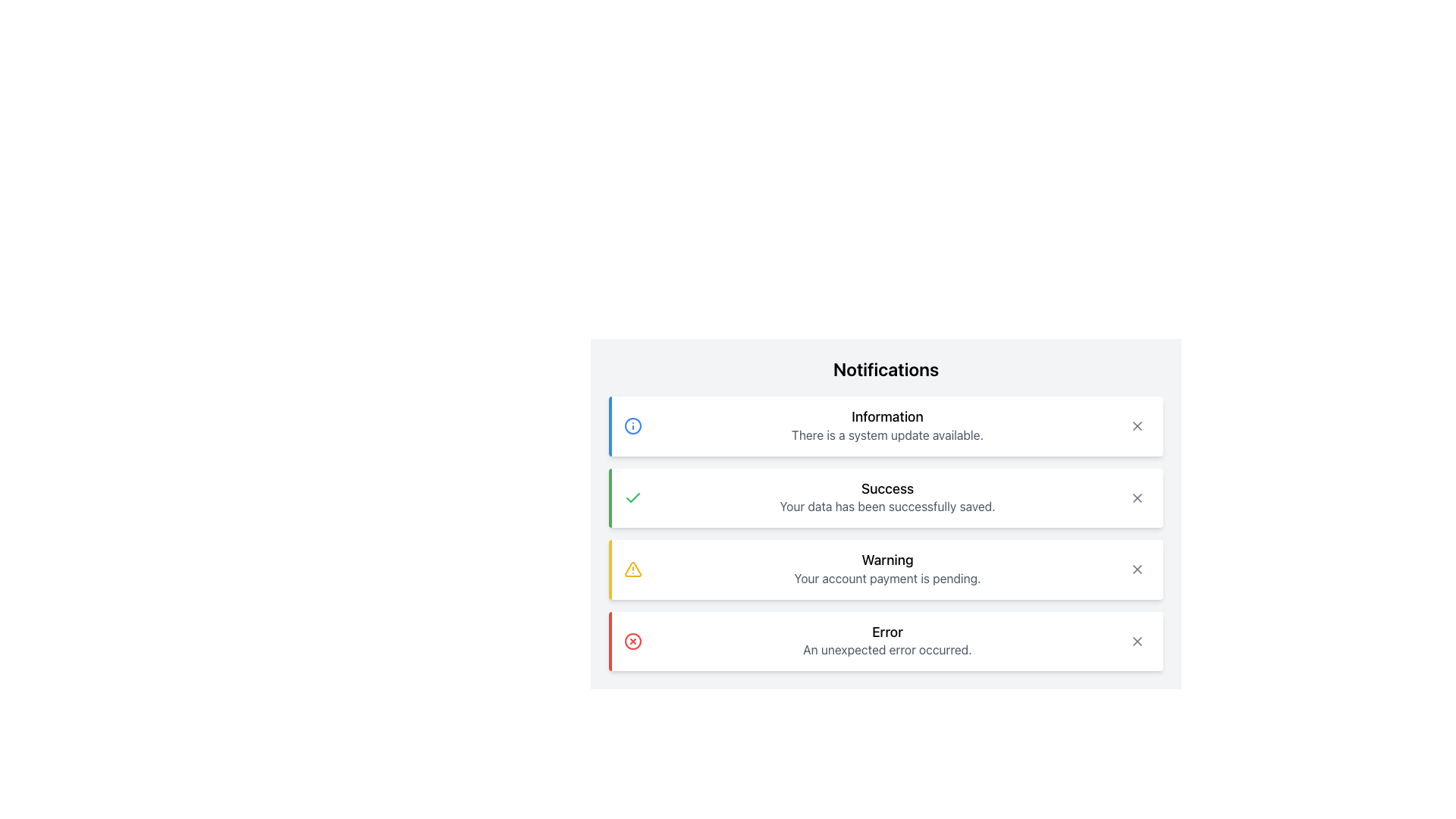  I want to click on keyboard navigation, so click(887, 570).